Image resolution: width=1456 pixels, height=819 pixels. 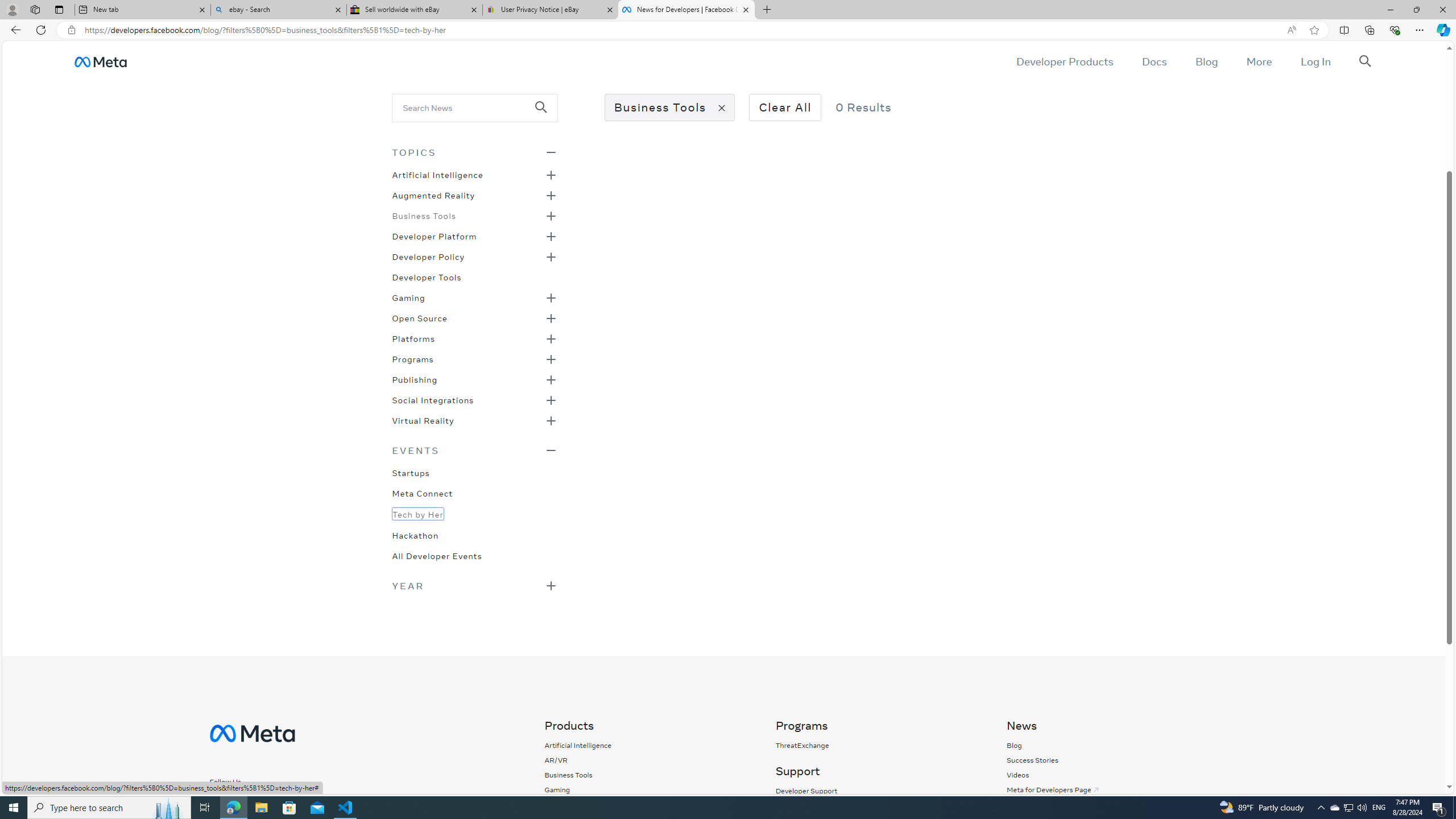 I want to click on 'Class: _98ce', so click(x=545, y=115).